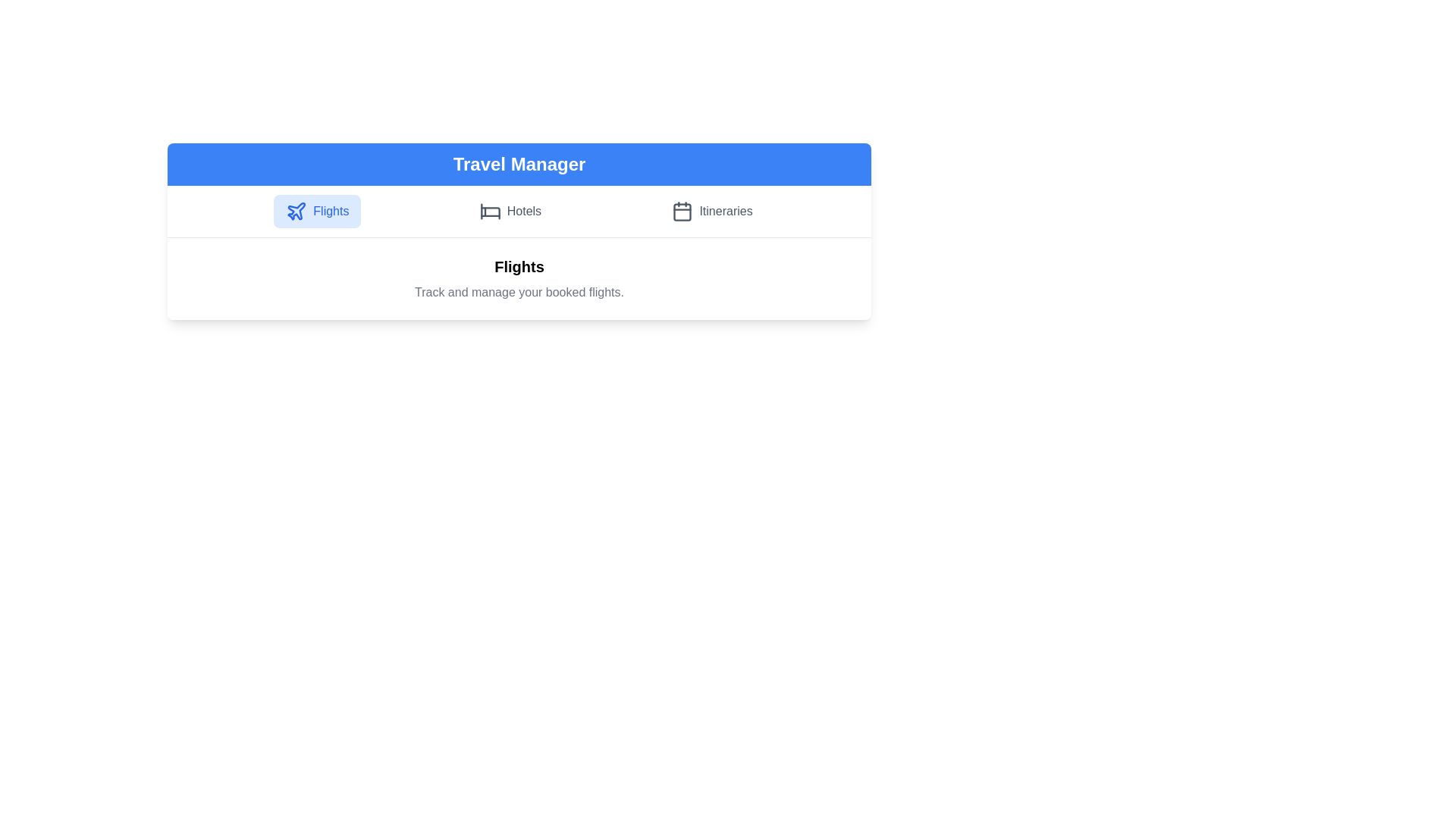  What do you see at coordinates (316, 211) in the screenshot?
I see `the tab labeled Flights to see its hover effect` at bounding box center [316, 211].